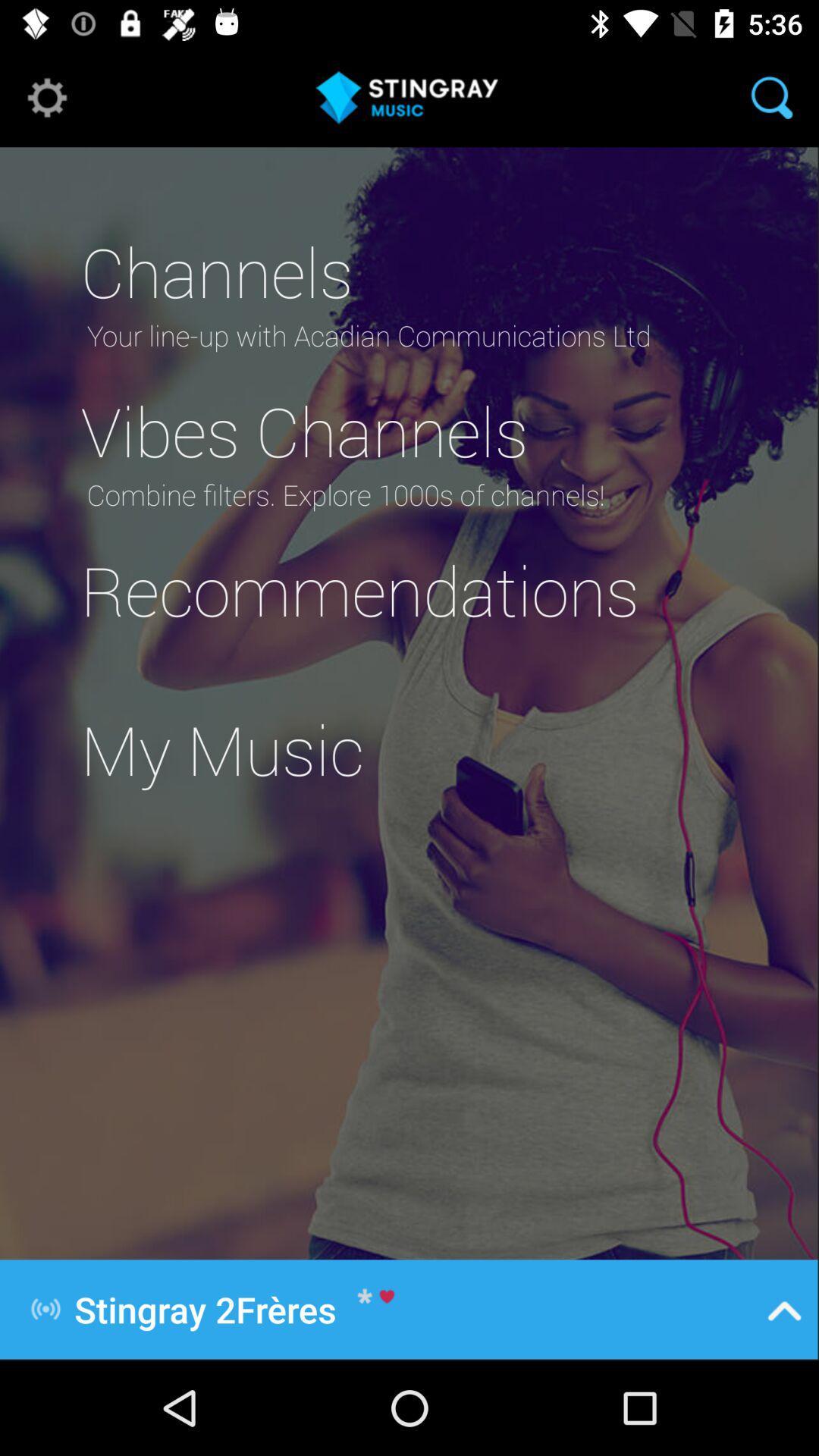 The width and height of the screenshot is (819, 1456). Describe the element at coordinates (784, 1308) in the screenshot. I see `the expand_less icon` at that location.